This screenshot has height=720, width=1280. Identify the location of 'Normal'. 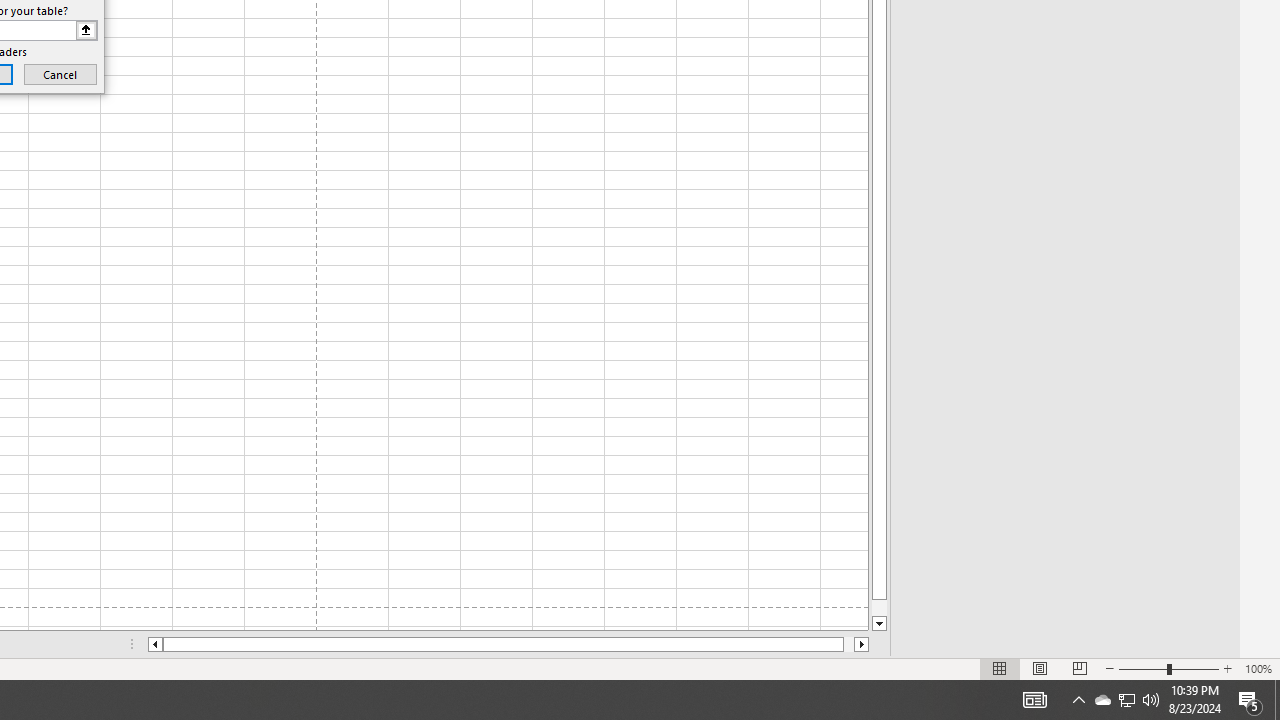
(1000, 669).